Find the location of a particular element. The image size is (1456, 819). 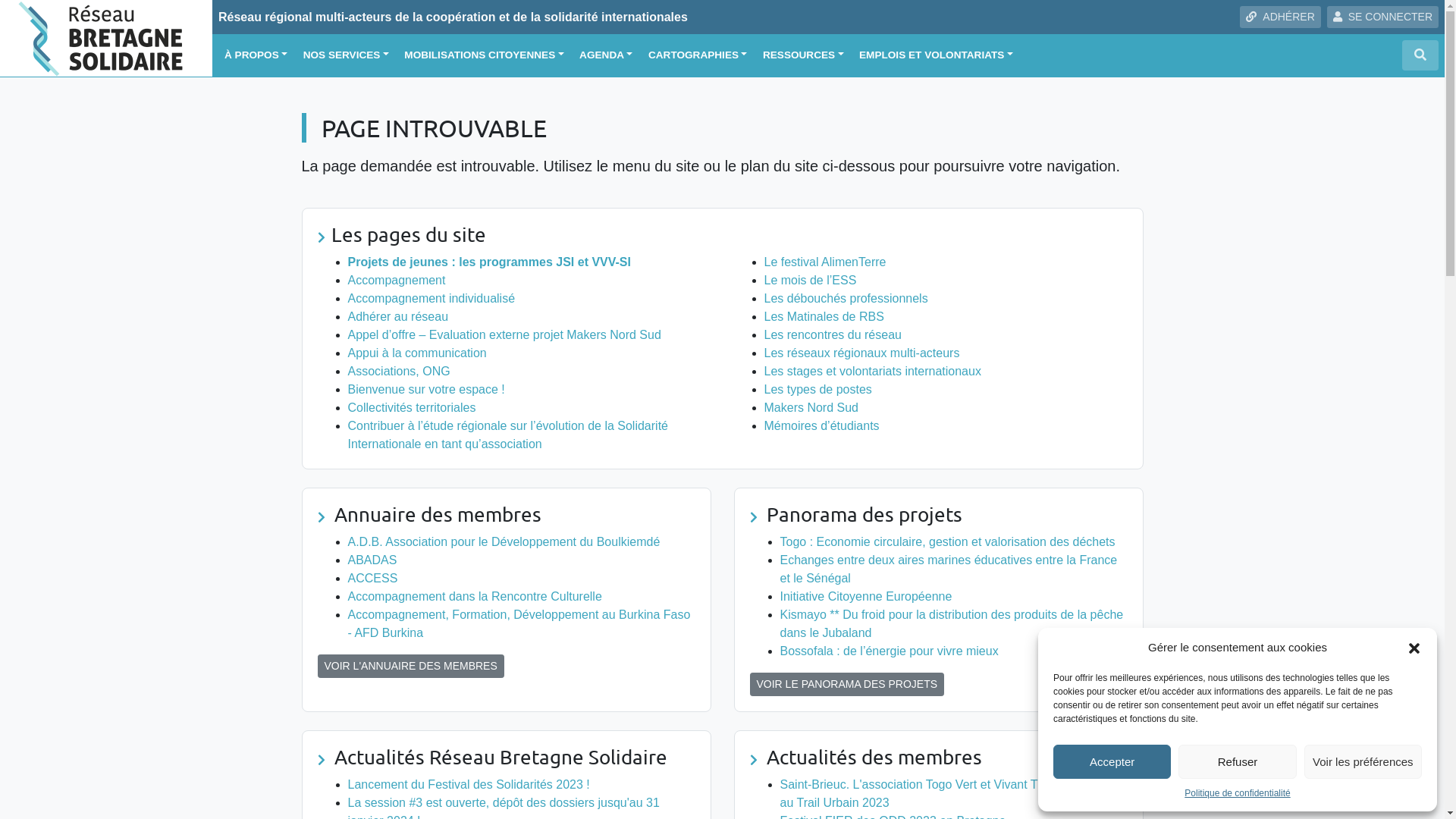

'Le festival AlimenTerre' is located at coordinates (824, 261).